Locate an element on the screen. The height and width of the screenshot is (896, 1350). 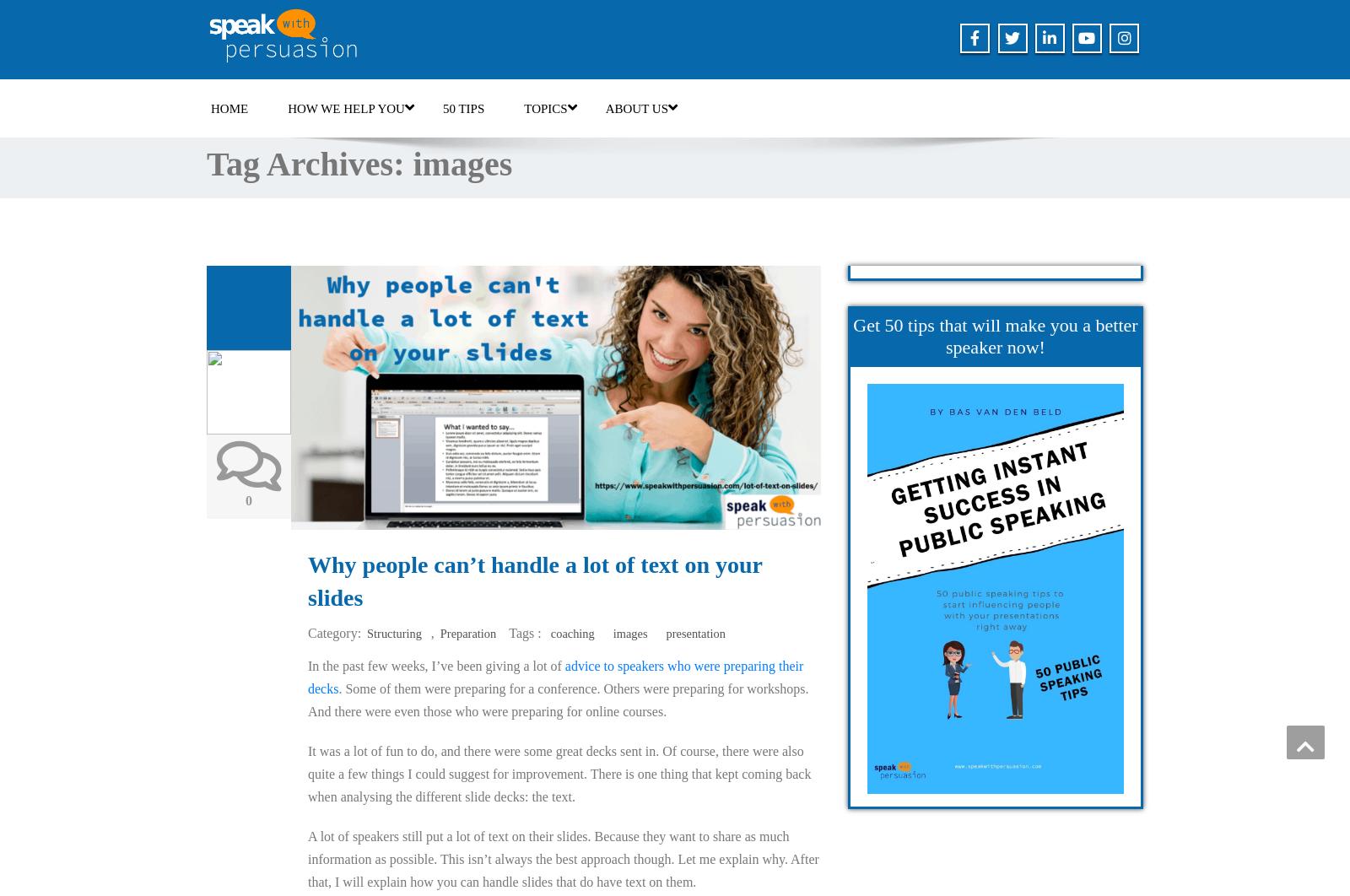
'Tags :' is located at coordinates (509, 633).